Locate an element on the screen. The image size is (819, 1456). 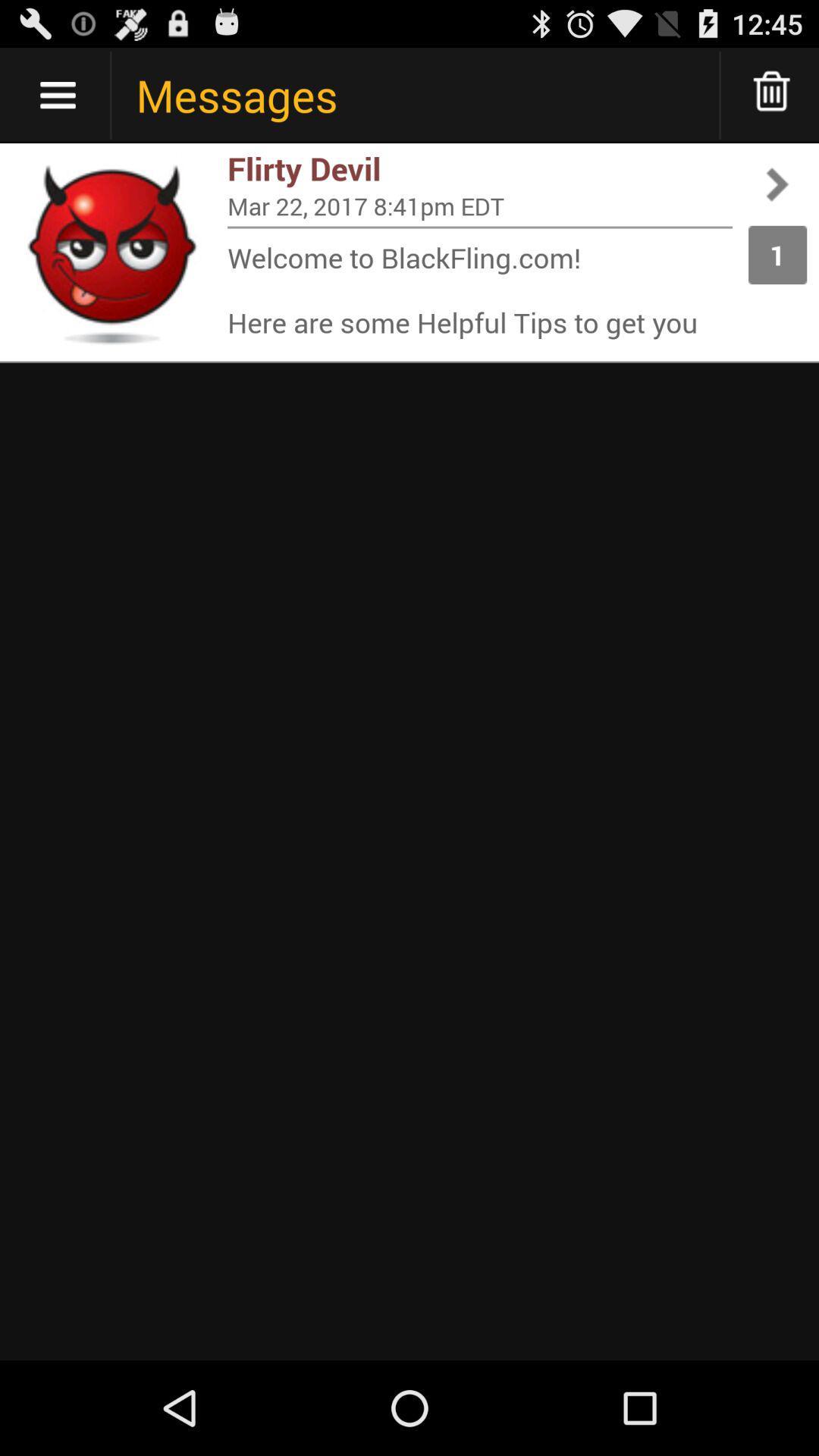
item next to 1 app is located at coordinates (479, 226).